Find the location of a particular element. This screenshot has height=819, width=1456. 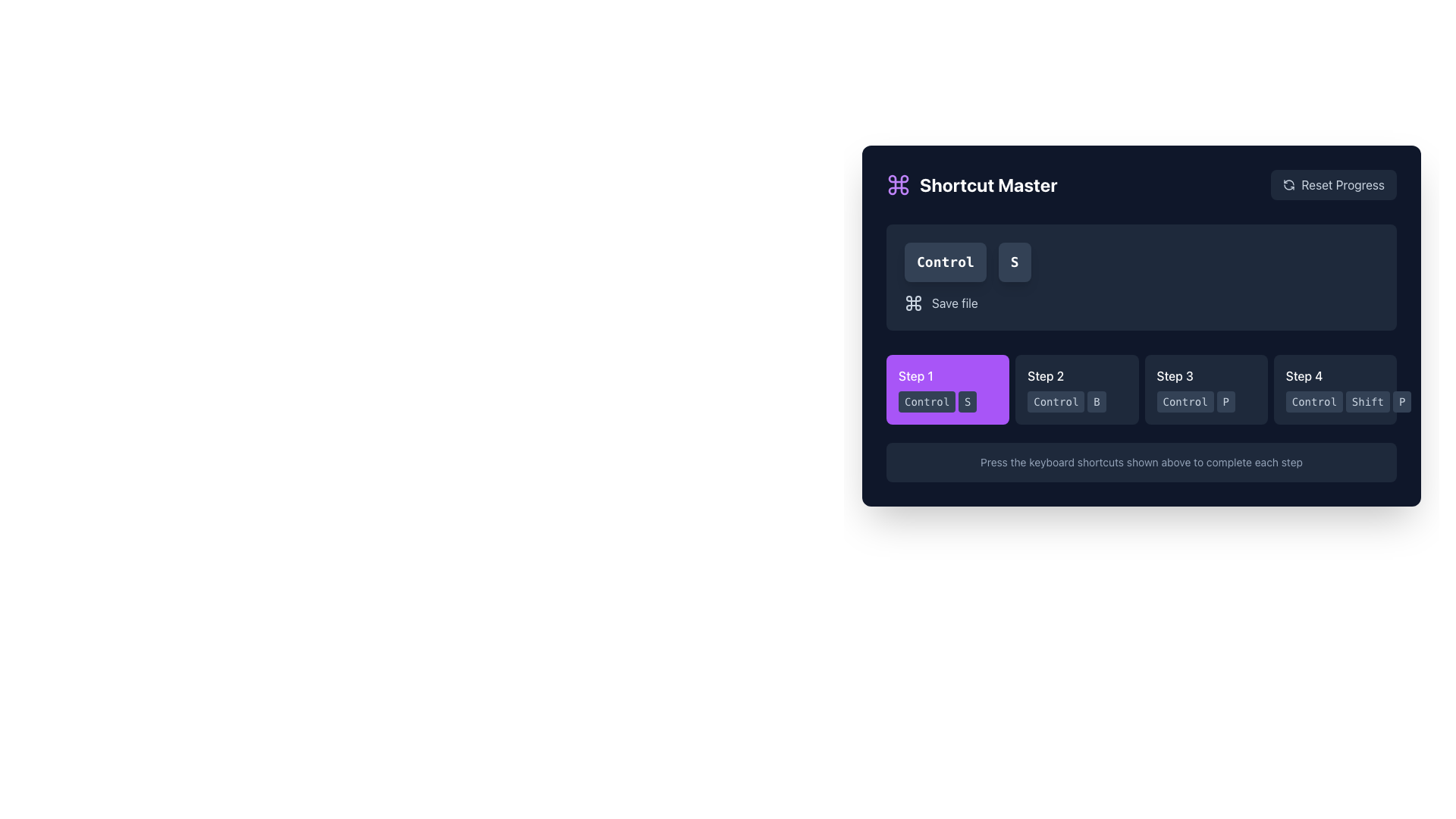

the 'Reset Progress' icon located to the left of the 'Reset Progress' text in the button at the top-right corner of the 'Shortcut Master' box is located at coordinates (1288, 184).